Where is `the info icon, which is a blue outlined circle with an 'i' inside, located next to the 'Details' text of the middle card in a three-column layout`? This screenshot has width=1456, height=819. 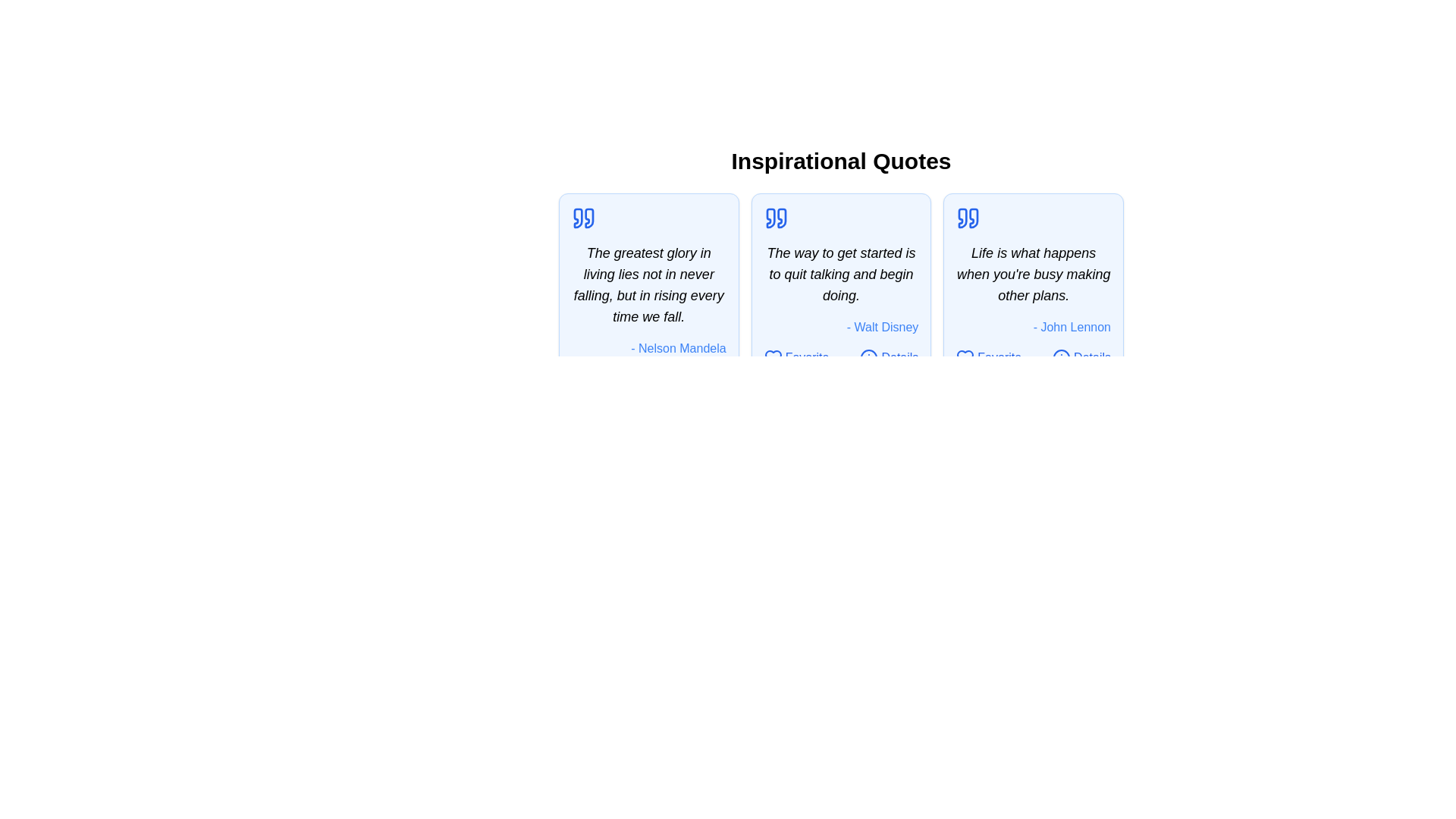
the info icon, which is a blue outlined circle with an 'i' inside, located next to the 'Details' text of the middle card in a three-column layout is located at coordinates (869, 357).